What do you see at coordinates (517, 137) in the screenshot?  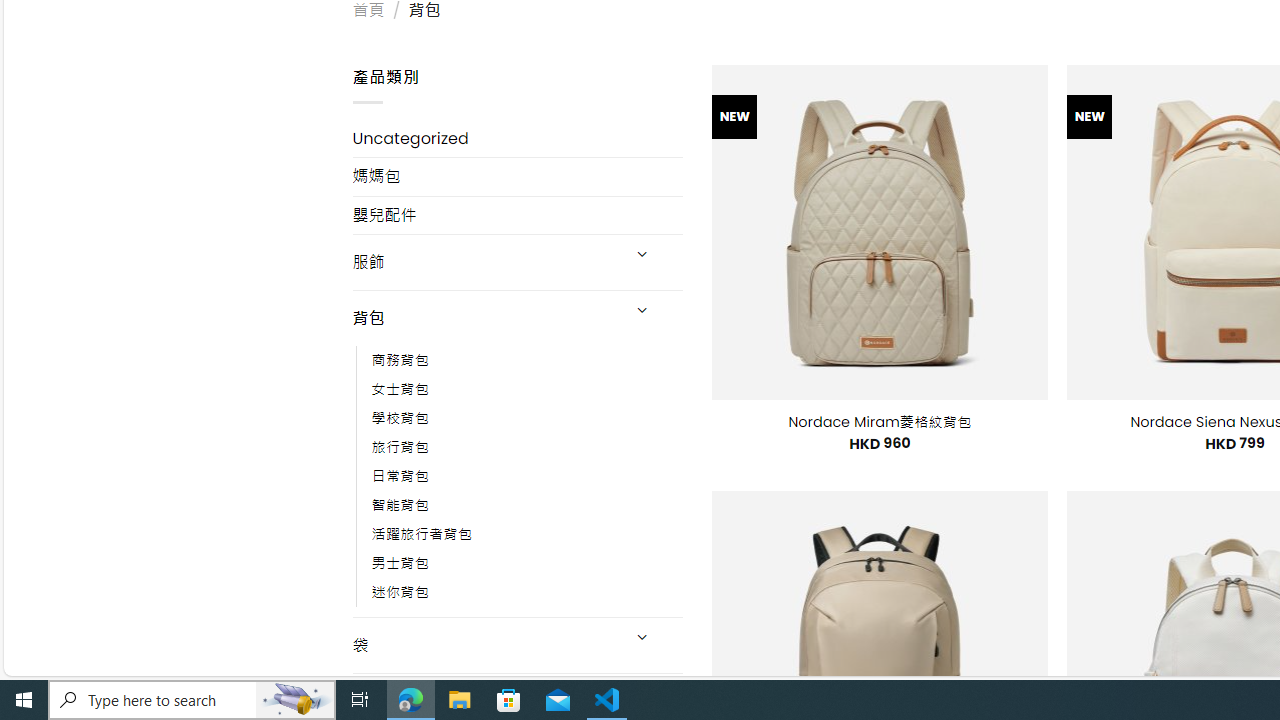 I see `'Uncategorized'` at bounding box center [517, 137].